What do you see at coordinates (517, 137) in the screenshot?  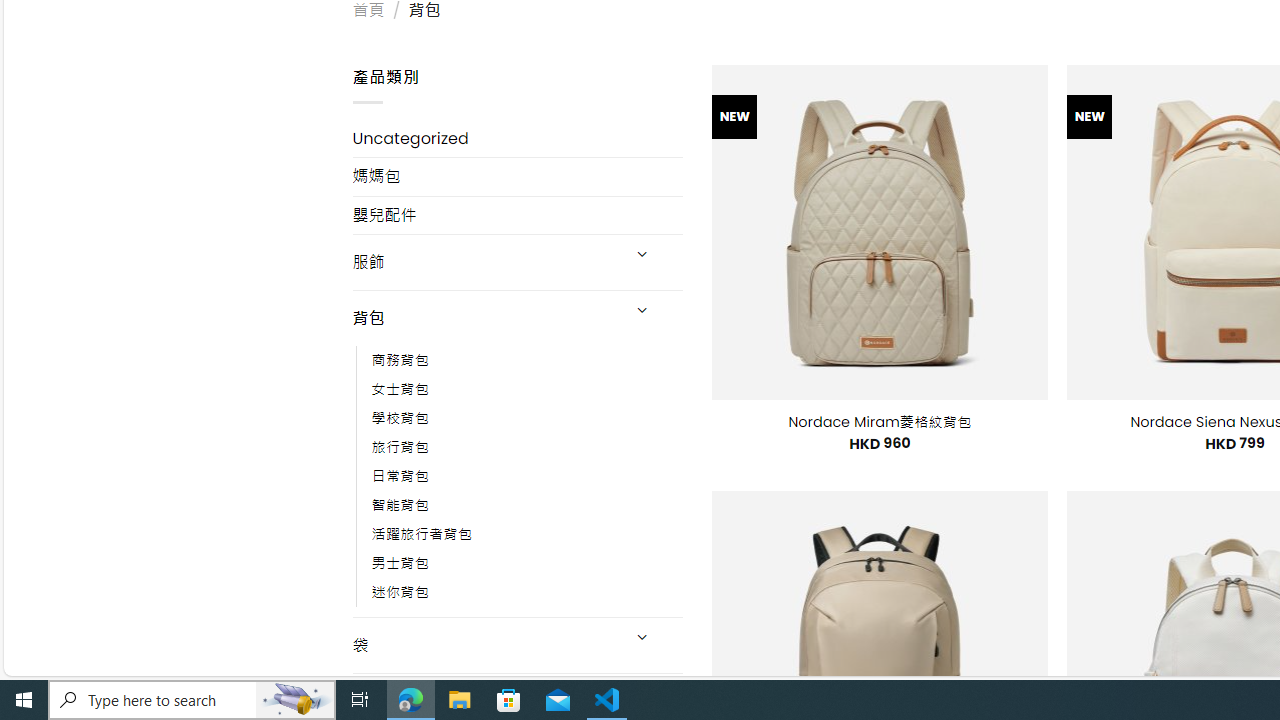 I see `'Uncategorized'` at bounding box center [517, 137].